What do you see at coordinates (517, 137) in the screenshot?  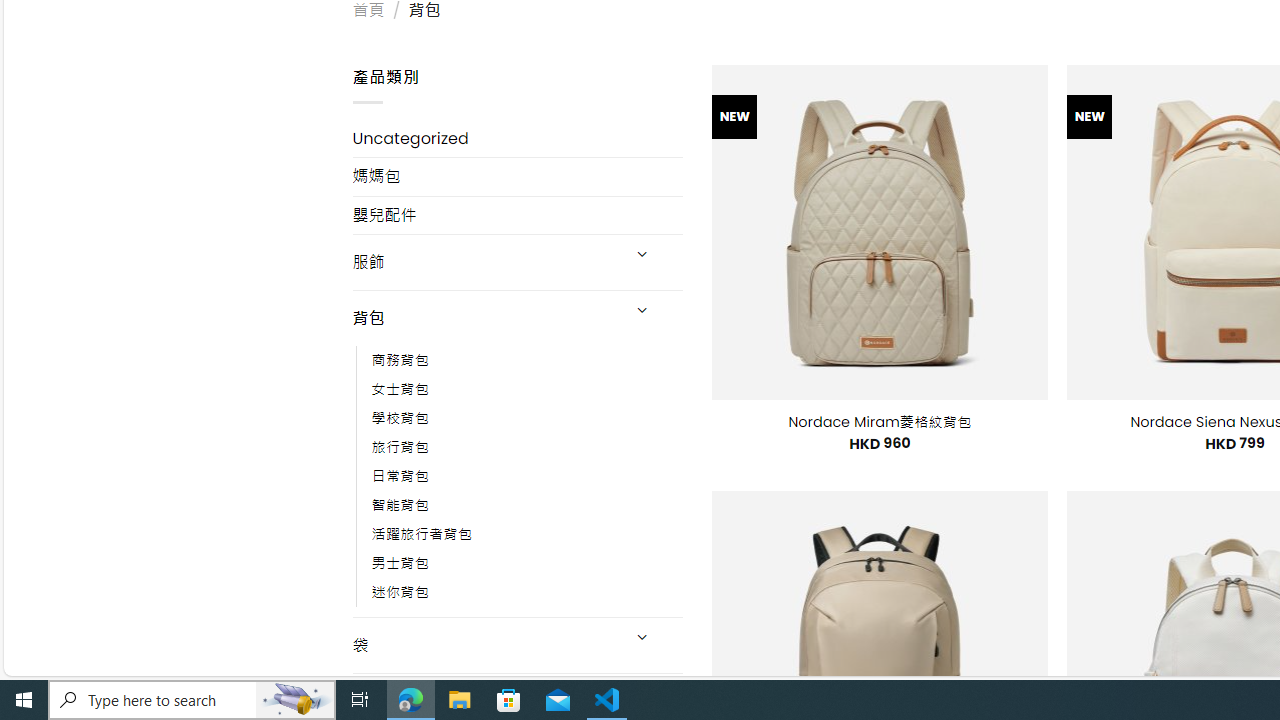 I see `'Uncategorized'` at bounding box center [517, 137].